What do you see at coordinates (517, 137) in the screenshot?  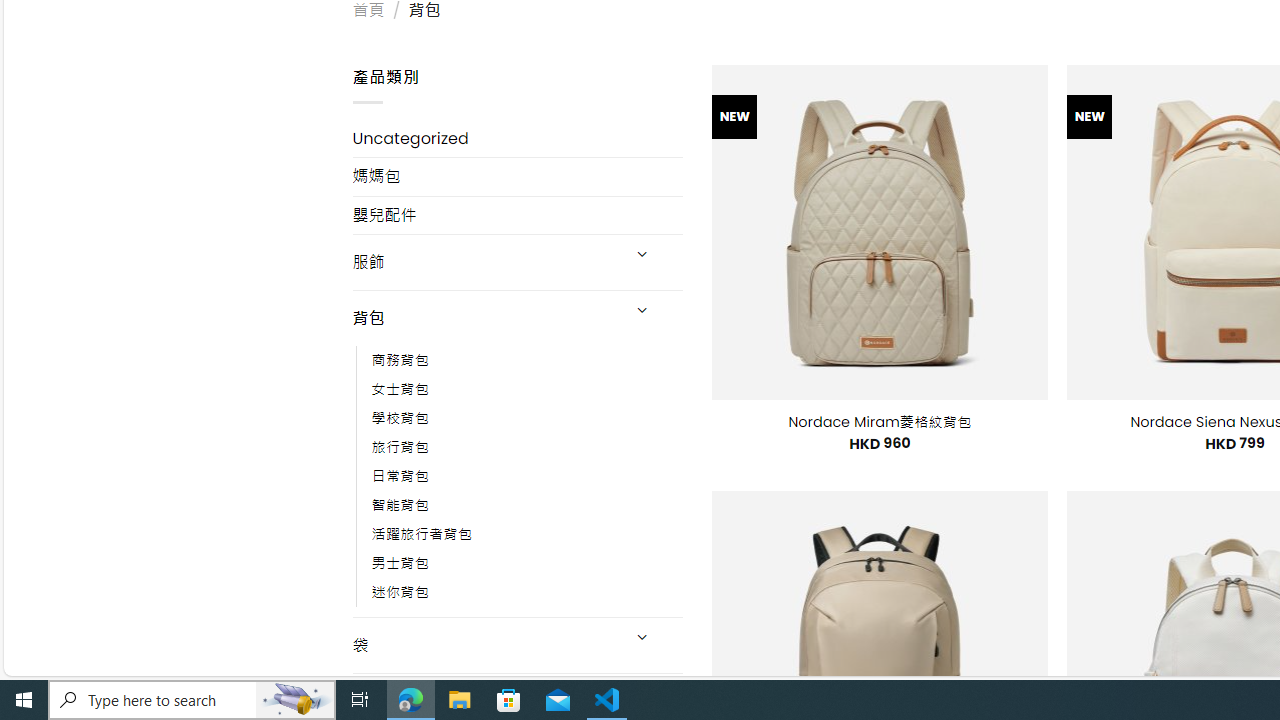 I see `'Uncategorized'` at bounding box center [517, 137].